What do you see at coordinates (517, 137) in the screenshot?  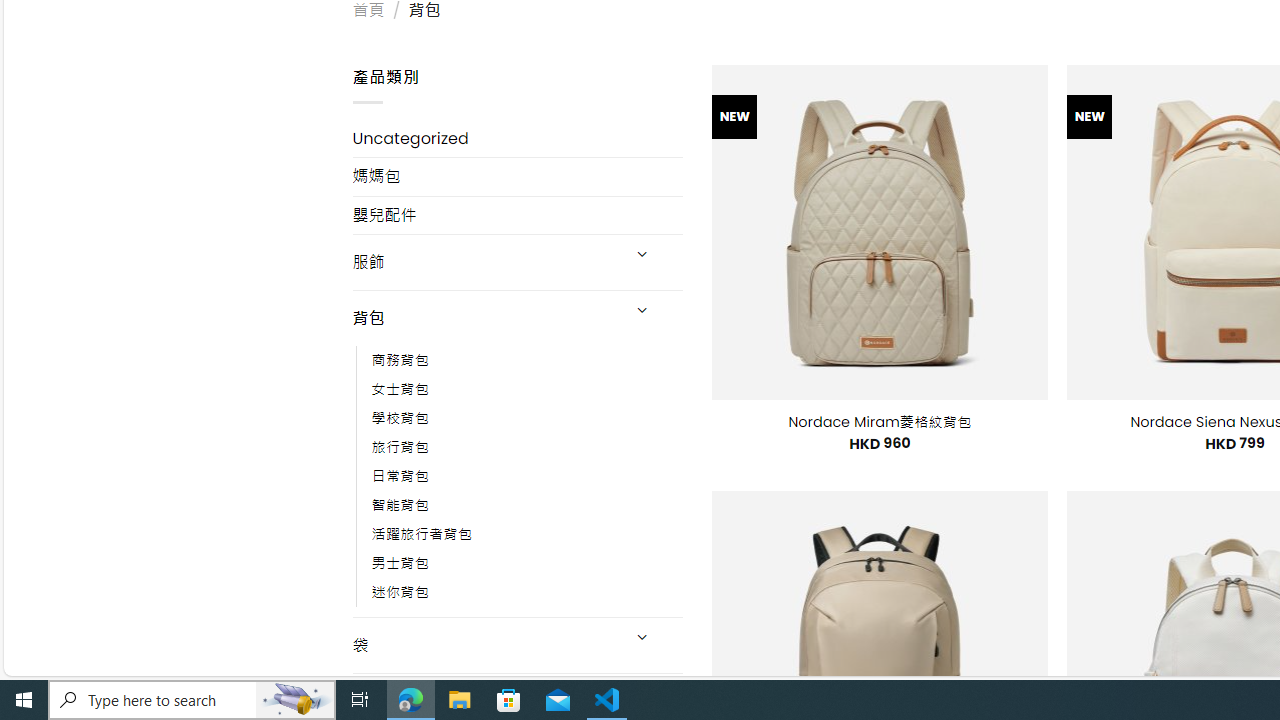 I see `'Uncategorized'` at bounding box center [517, 137].